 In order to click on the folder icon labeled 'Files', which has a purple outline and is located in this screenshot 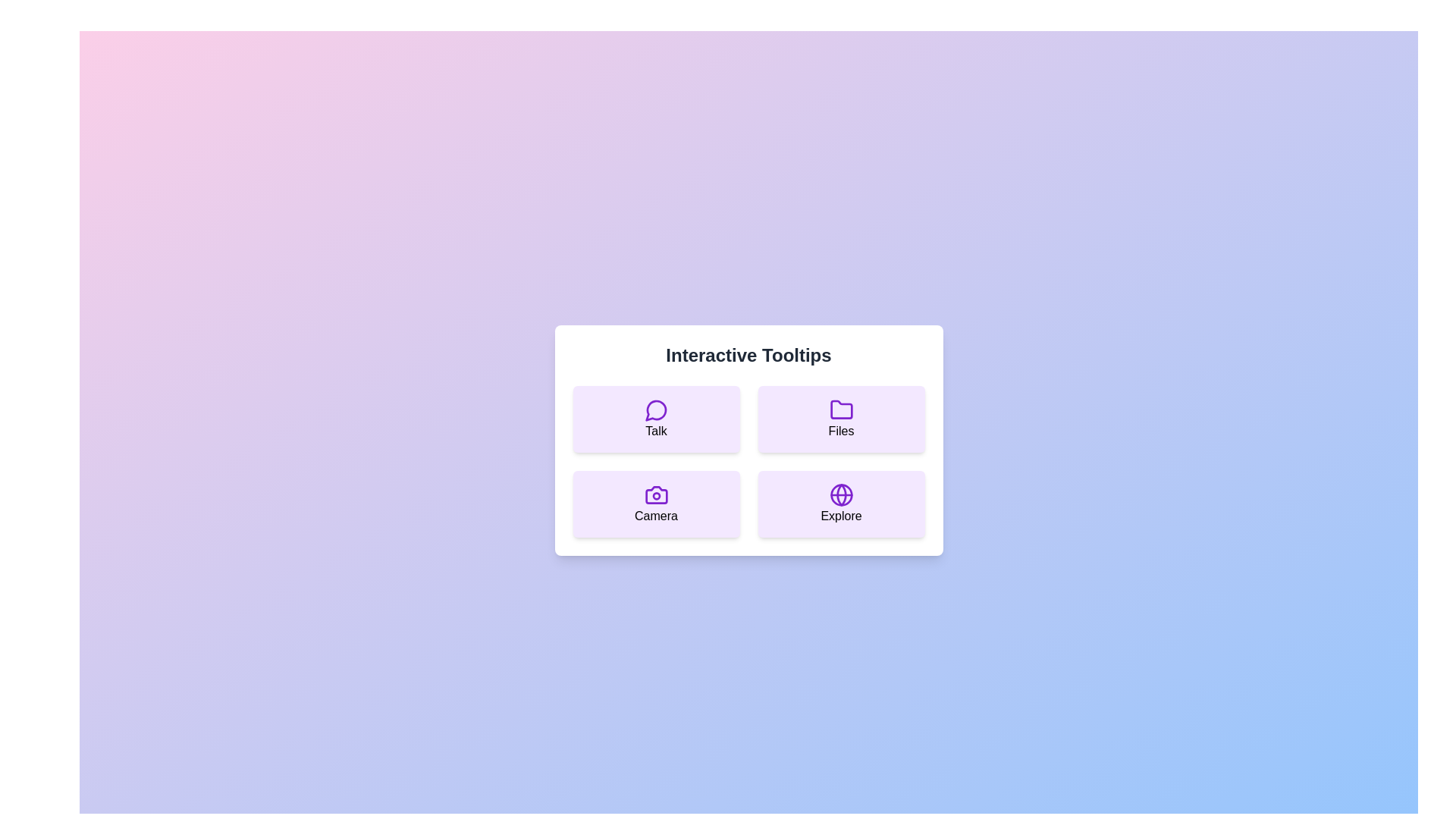, I will do `click(840, 409)`.